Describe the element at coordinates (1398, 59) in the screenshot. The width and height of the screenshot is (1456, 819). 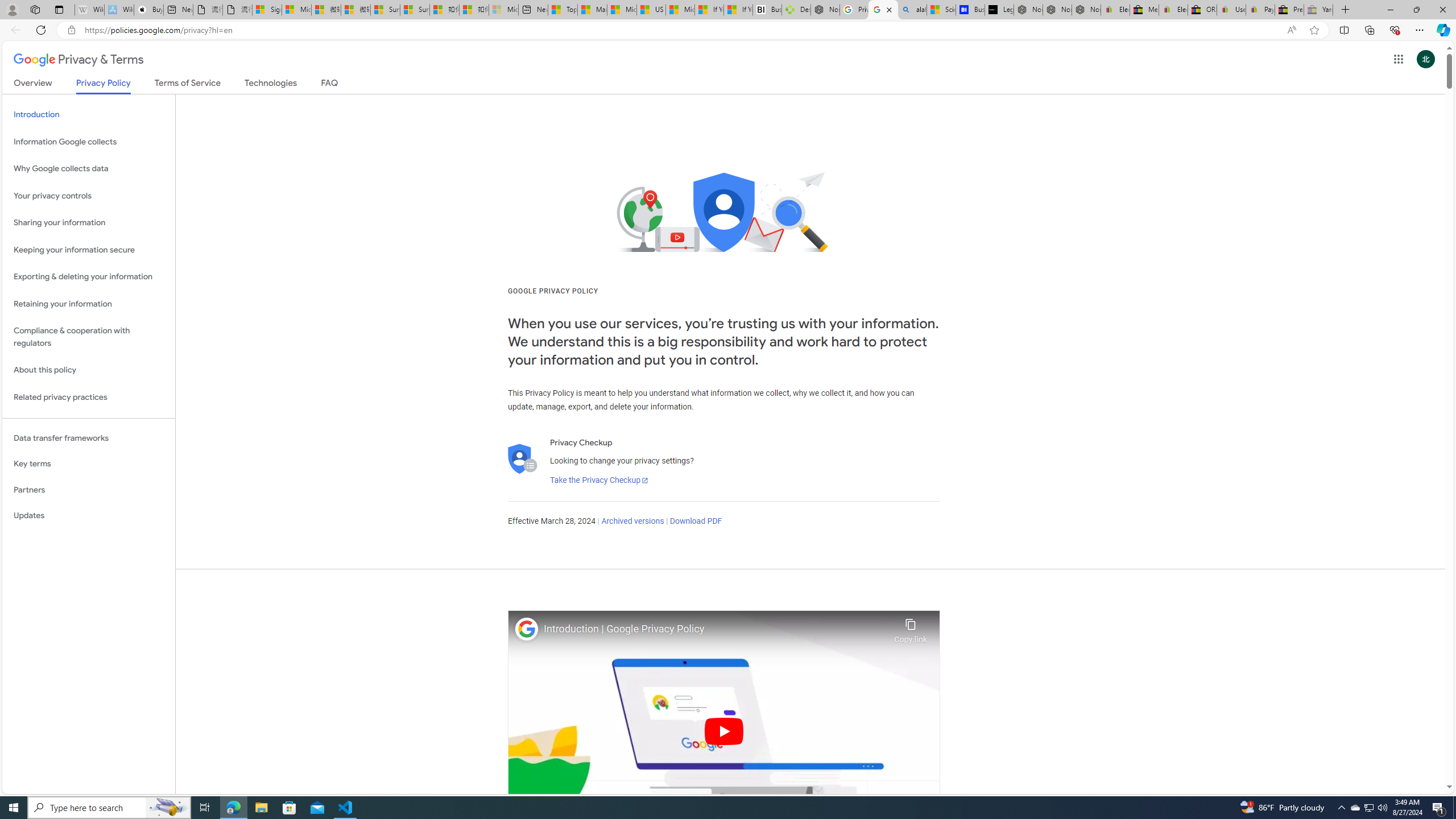
I see `'Class: gb_E'` at that location.